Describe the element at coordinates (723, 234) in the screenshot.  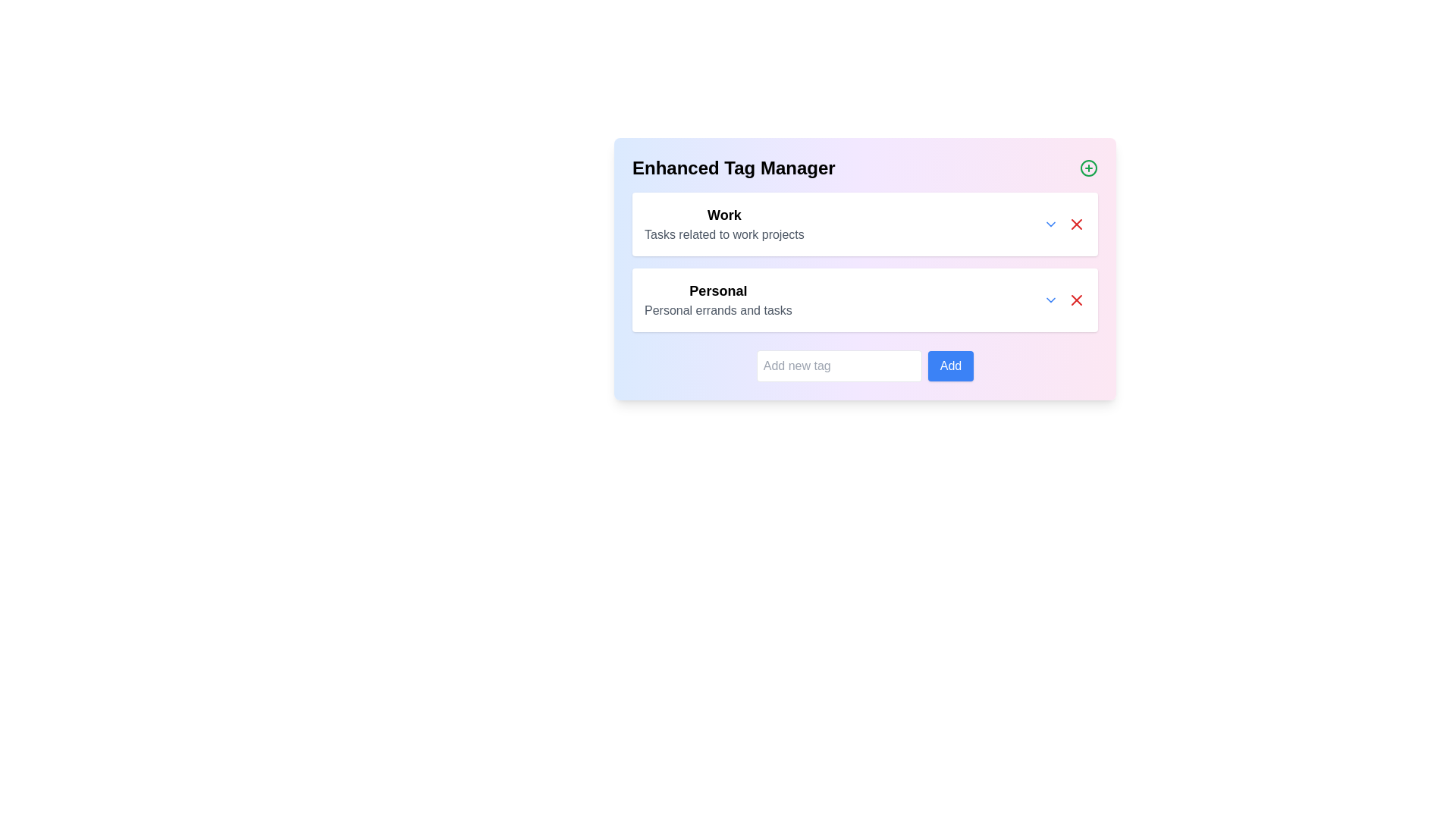
I see `the Text Label displaying 'Tasks related to work projects', which is located beneath the title 'Work' in the card-like interface` at that location.